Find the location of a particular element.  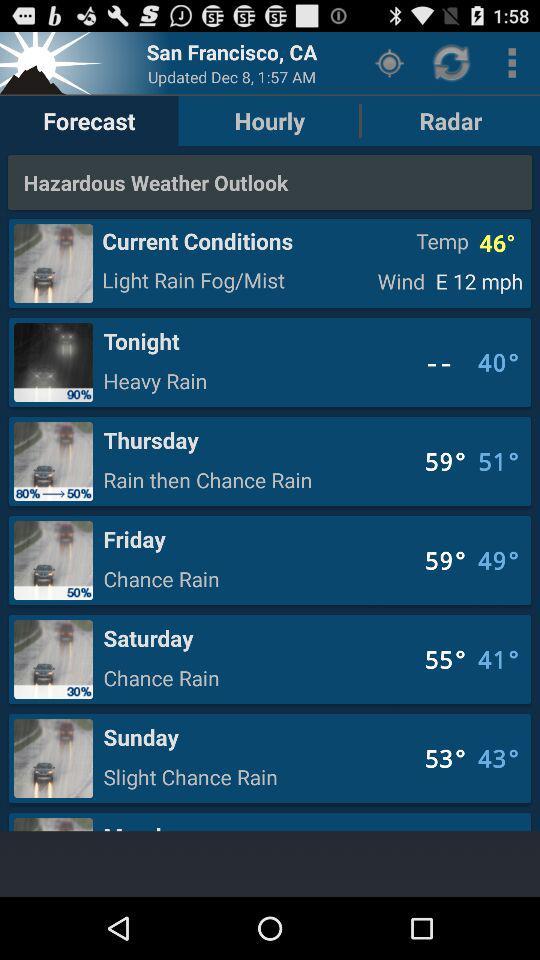

the item next to the hourly item is located at coordinates (88, 120).